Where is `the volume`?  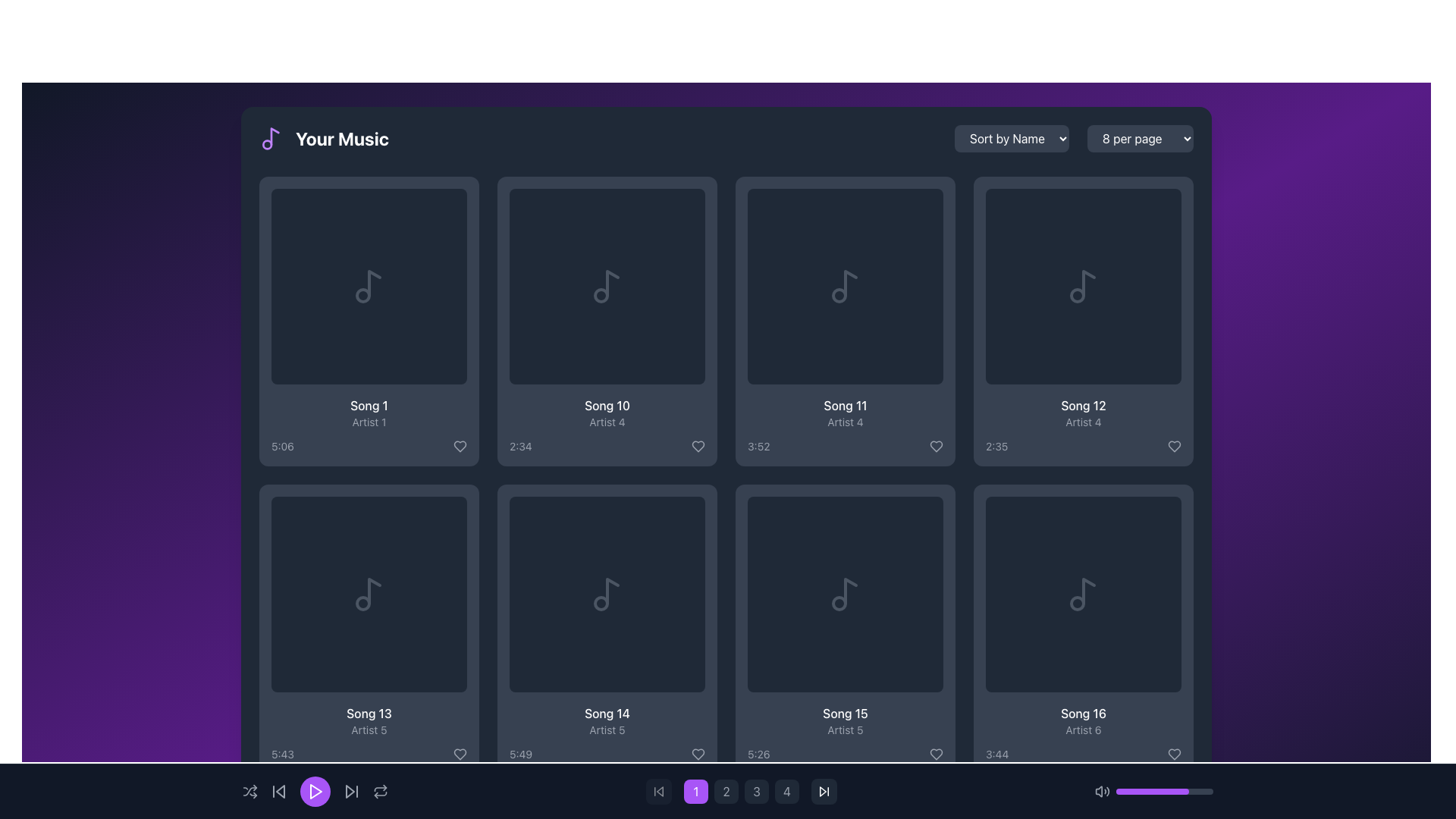 the volume is located at coordinates (1131, 791).